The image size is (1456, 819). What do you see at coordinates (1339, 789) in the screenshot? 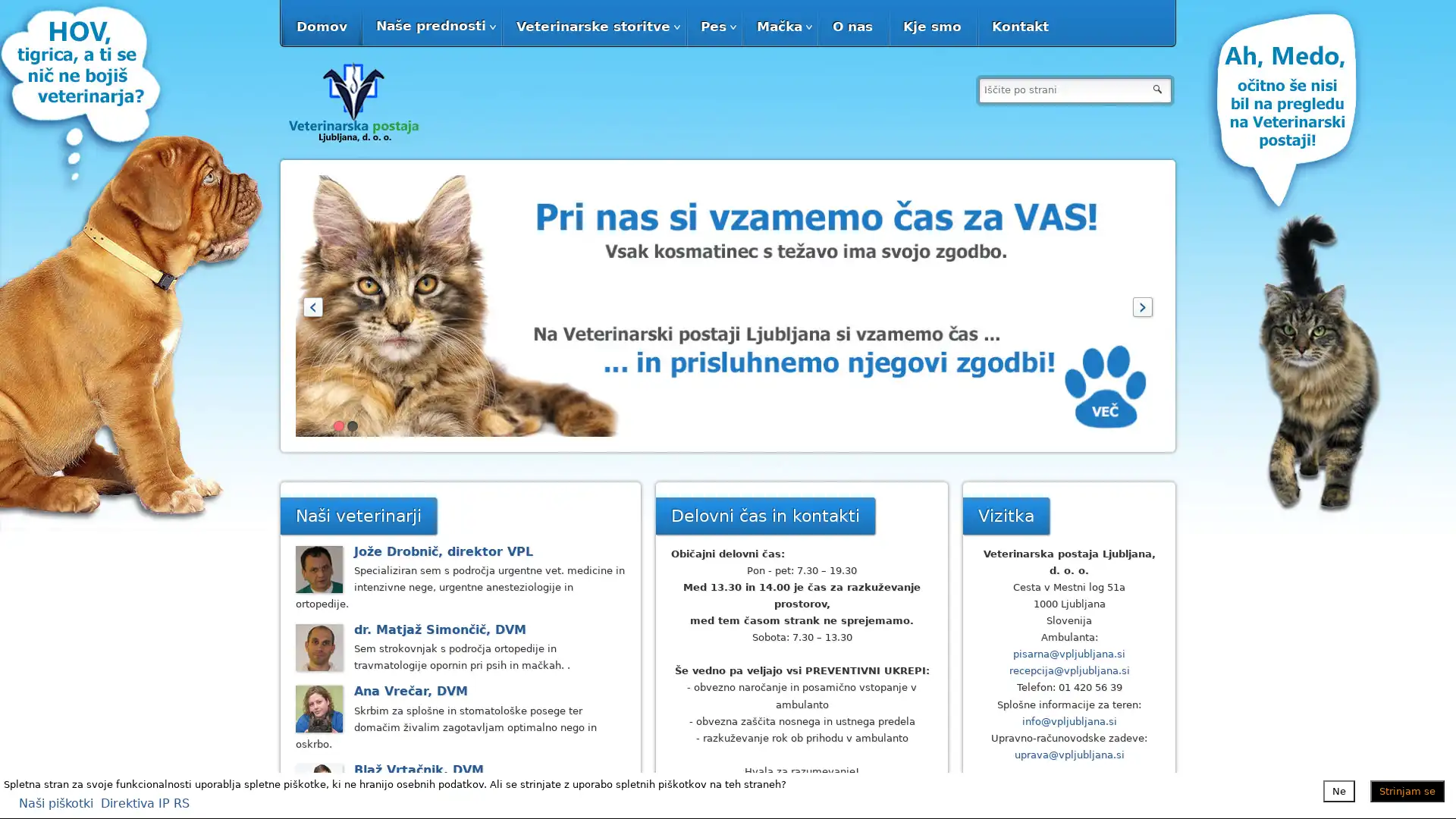
I see `Ne` at bounding box center [1339, 789].